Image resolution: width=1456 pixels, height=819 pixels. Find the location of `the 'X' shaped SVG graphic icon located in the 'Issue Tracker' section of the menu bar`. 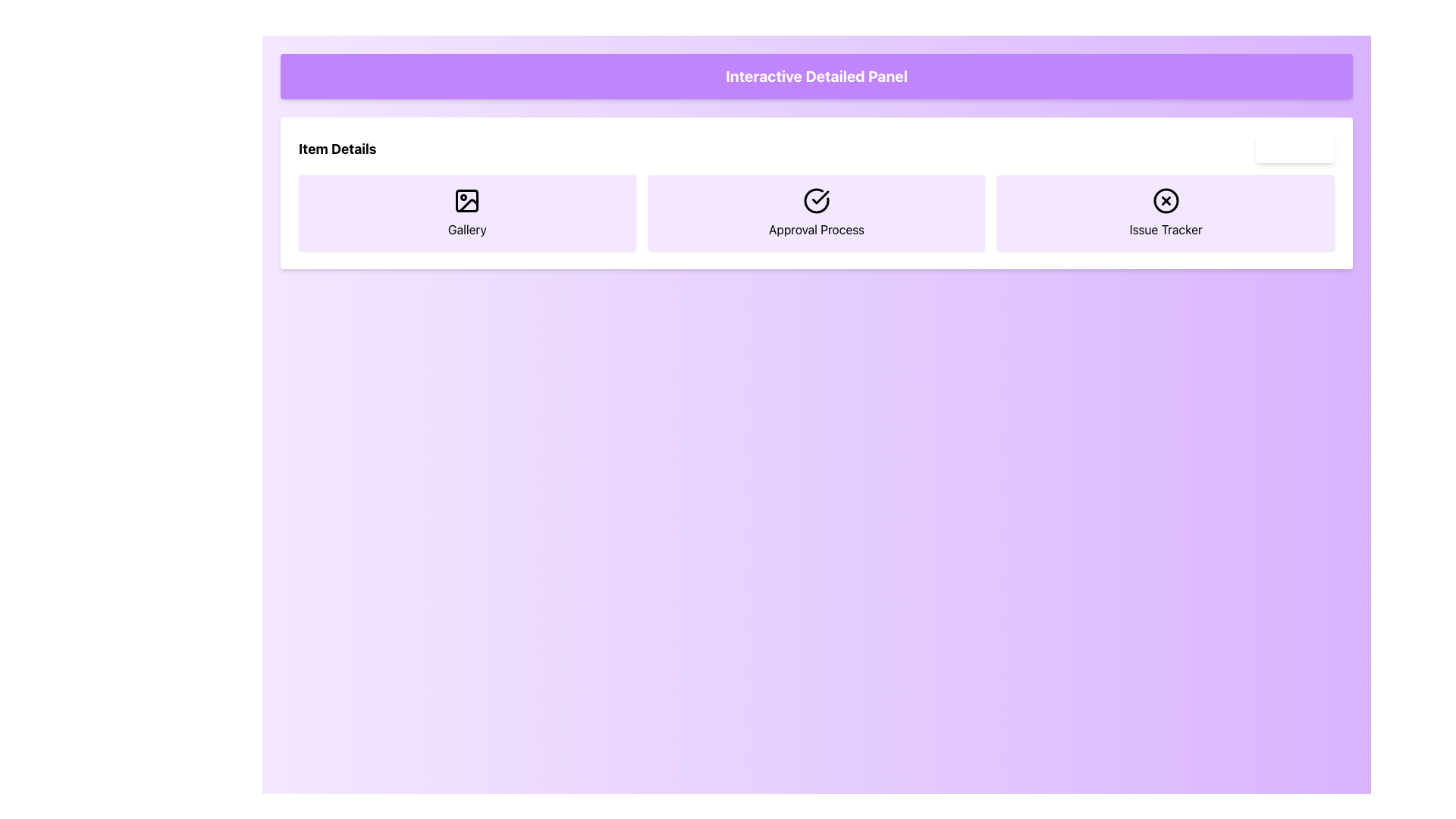

the 'X' shaped SVG graphic icon located in the 'Issue Tracker' section of the menu bar is located at coordinates (1165, 200).